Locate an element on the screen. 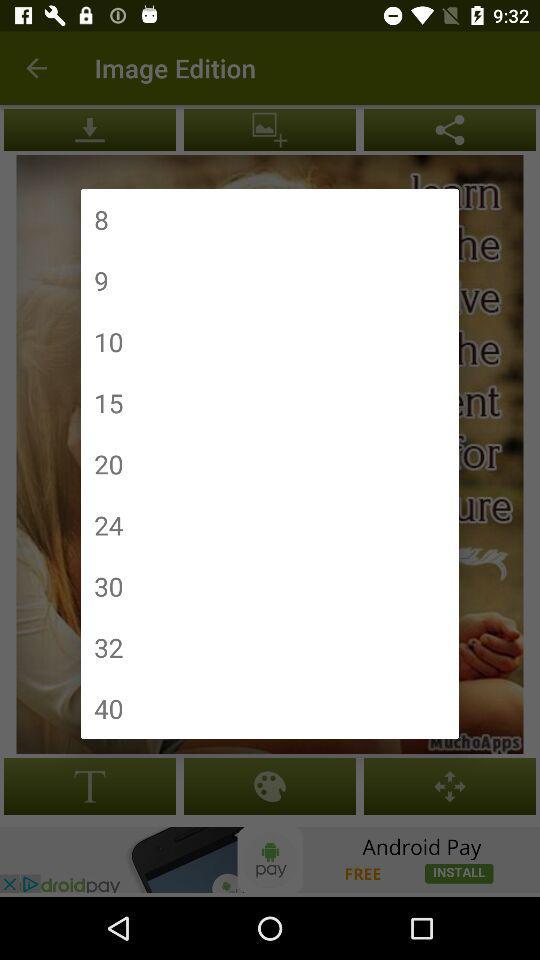  icon above the 30 icon is located at coordinates (108, 524).